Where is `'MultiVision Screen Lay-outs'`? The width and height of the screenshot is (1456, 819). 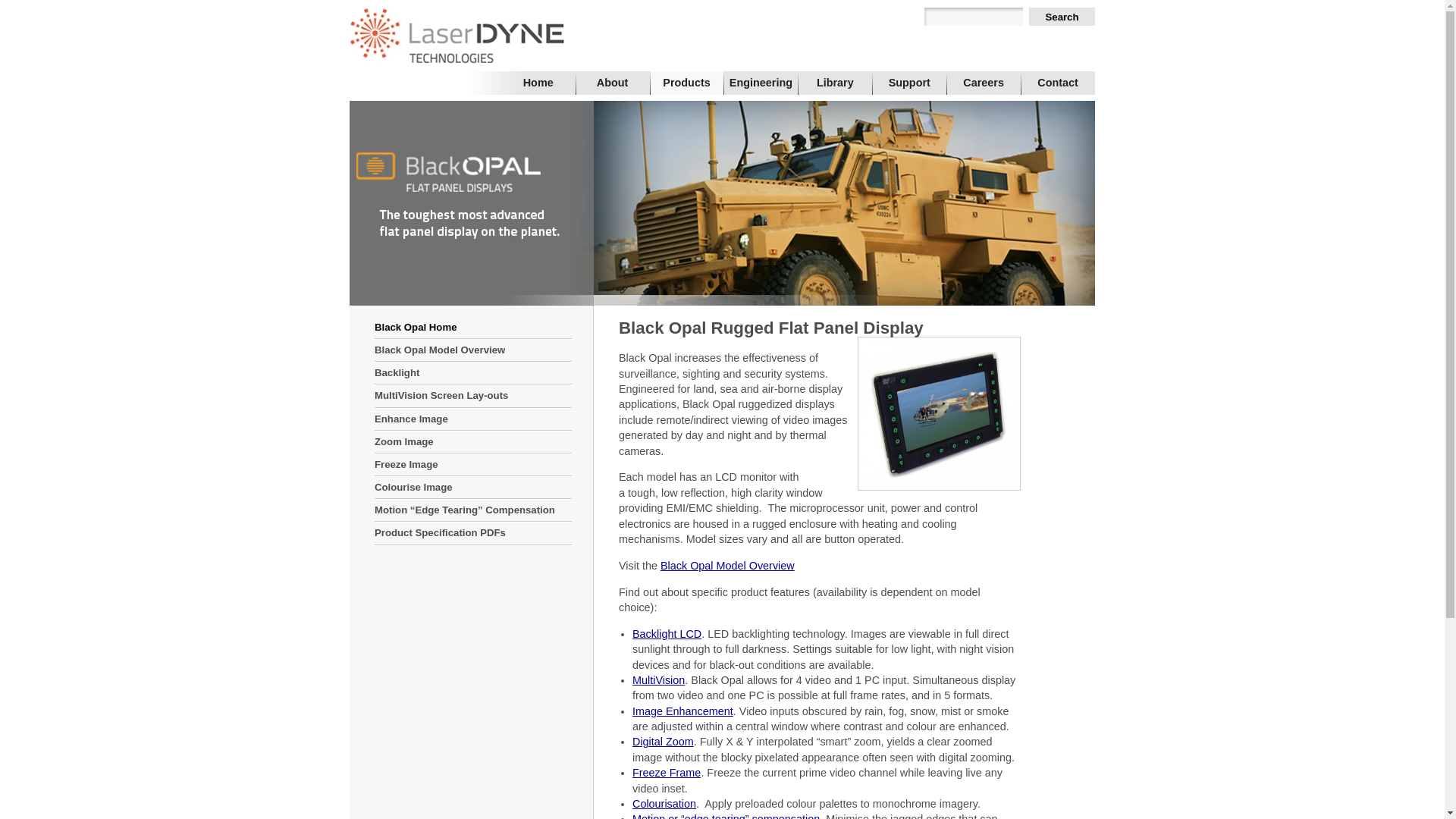
'MultiVision Screen Lay-outs' is located at coordinates (375, 395).